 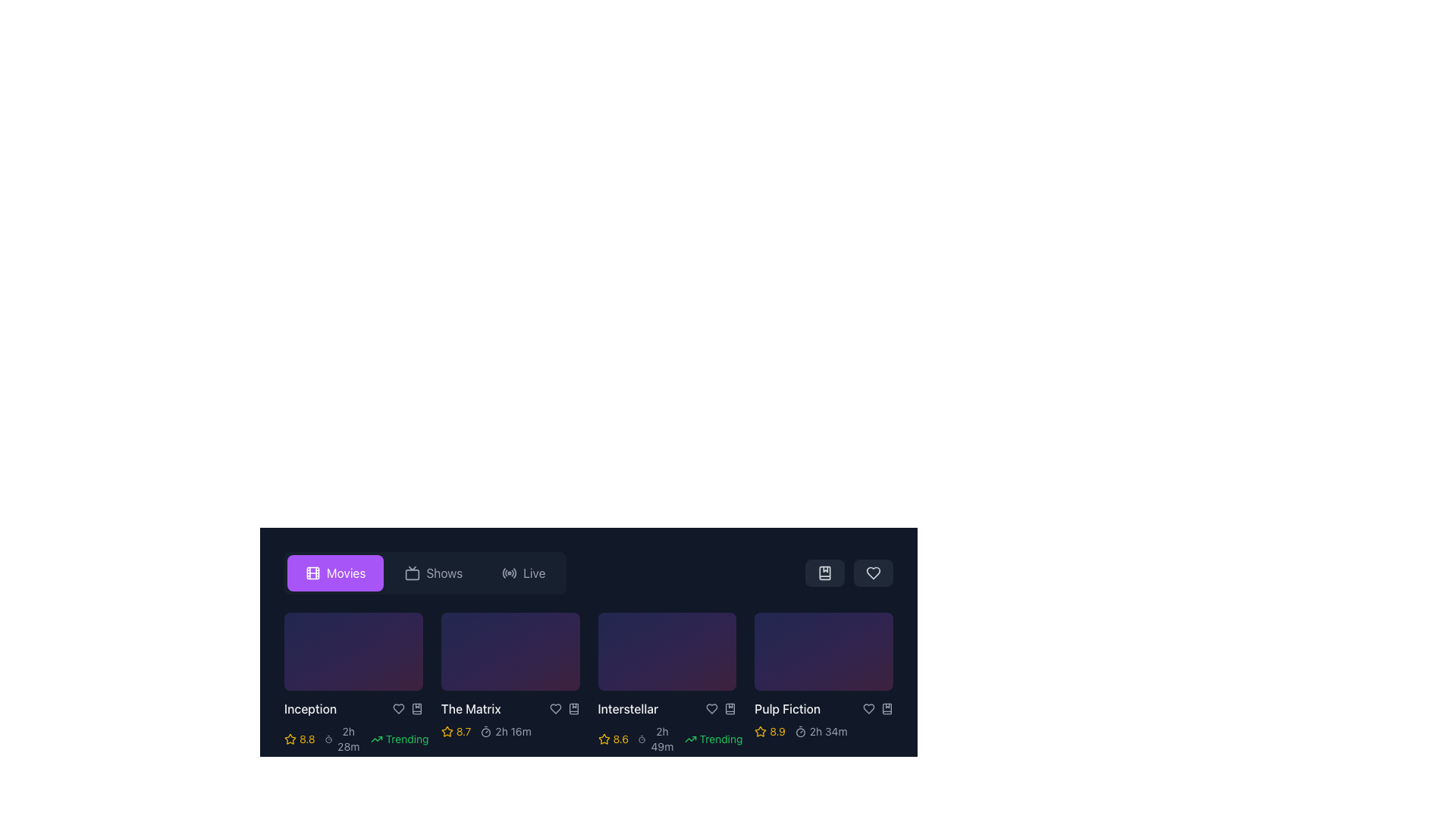 What do you see at coordinates (869, 708) in the screenshot?
I see `the heart-shaped SVG icon below the 'Pulp Fiction' movie thumbnail` at bounding box center [869, 708].